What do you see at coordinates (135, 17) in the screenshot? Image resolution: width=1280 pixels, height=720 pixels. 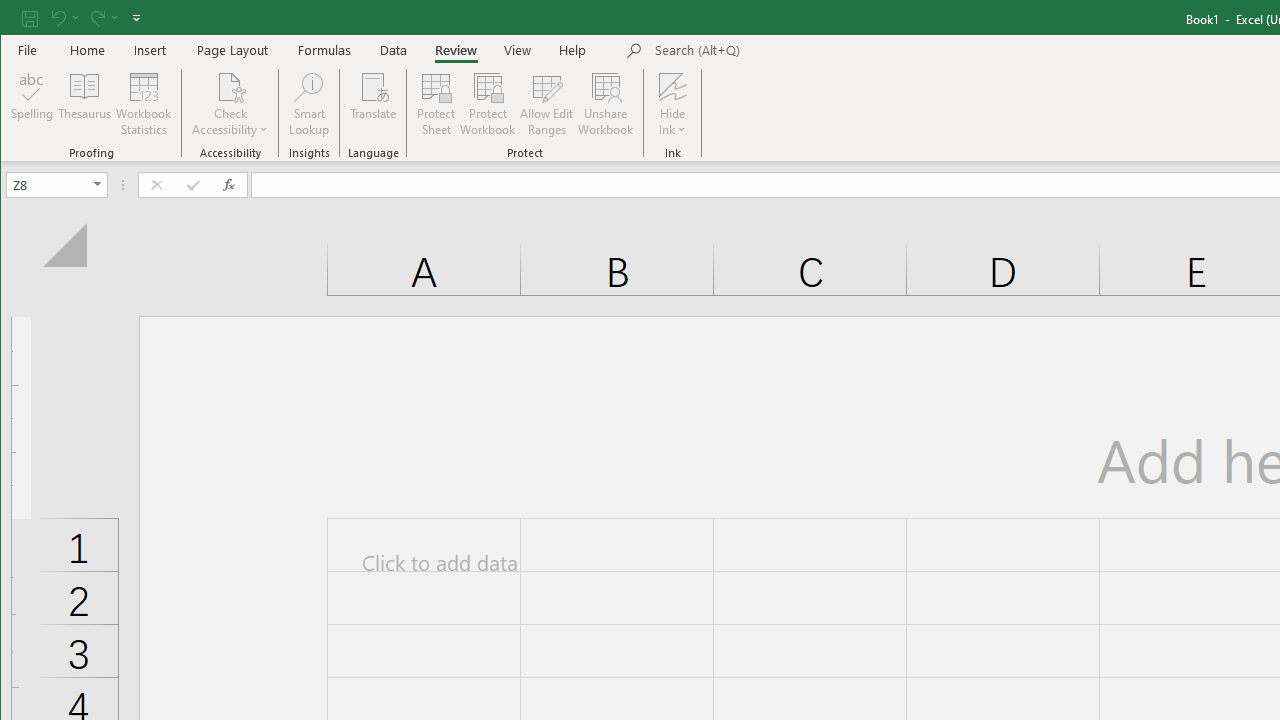 I see `'Customize Quick Access Toolbar'` at bounding box center [135, 17].